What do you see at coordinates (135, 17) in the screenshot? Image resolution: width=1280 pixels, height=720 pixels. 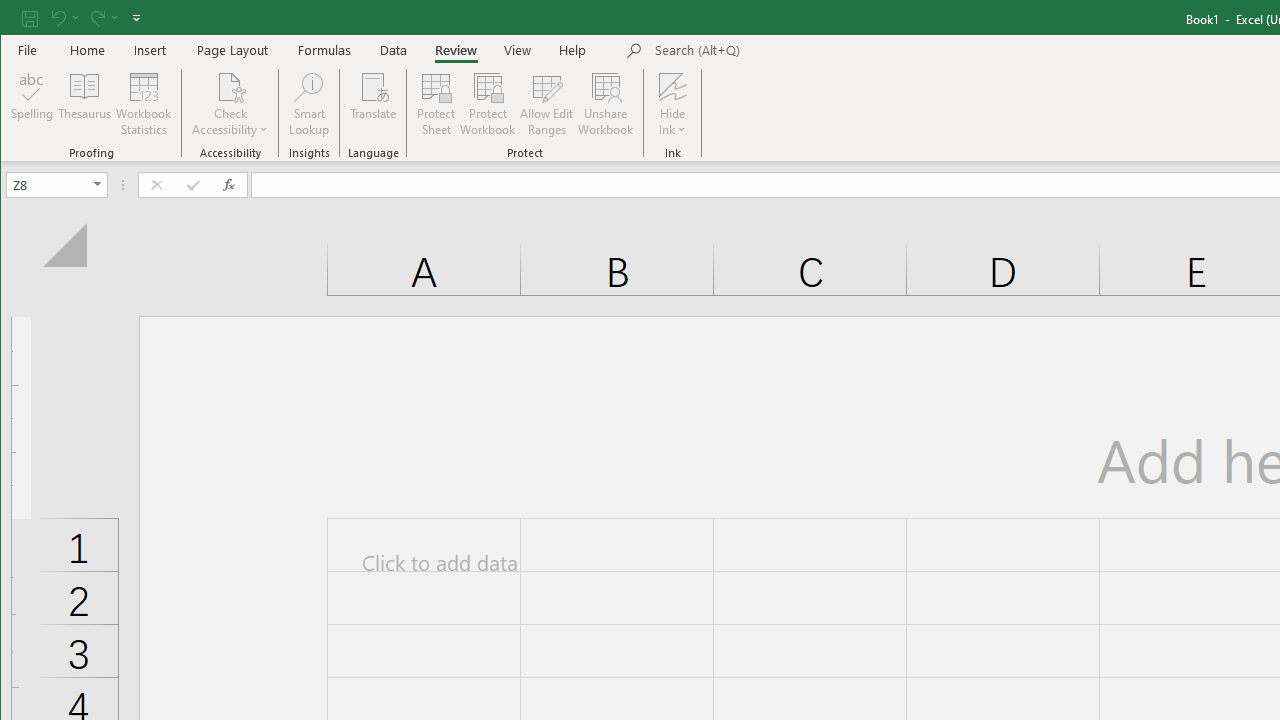 I see `'Customize Quick Access Toolbar'` at bounding box center [135, 17].